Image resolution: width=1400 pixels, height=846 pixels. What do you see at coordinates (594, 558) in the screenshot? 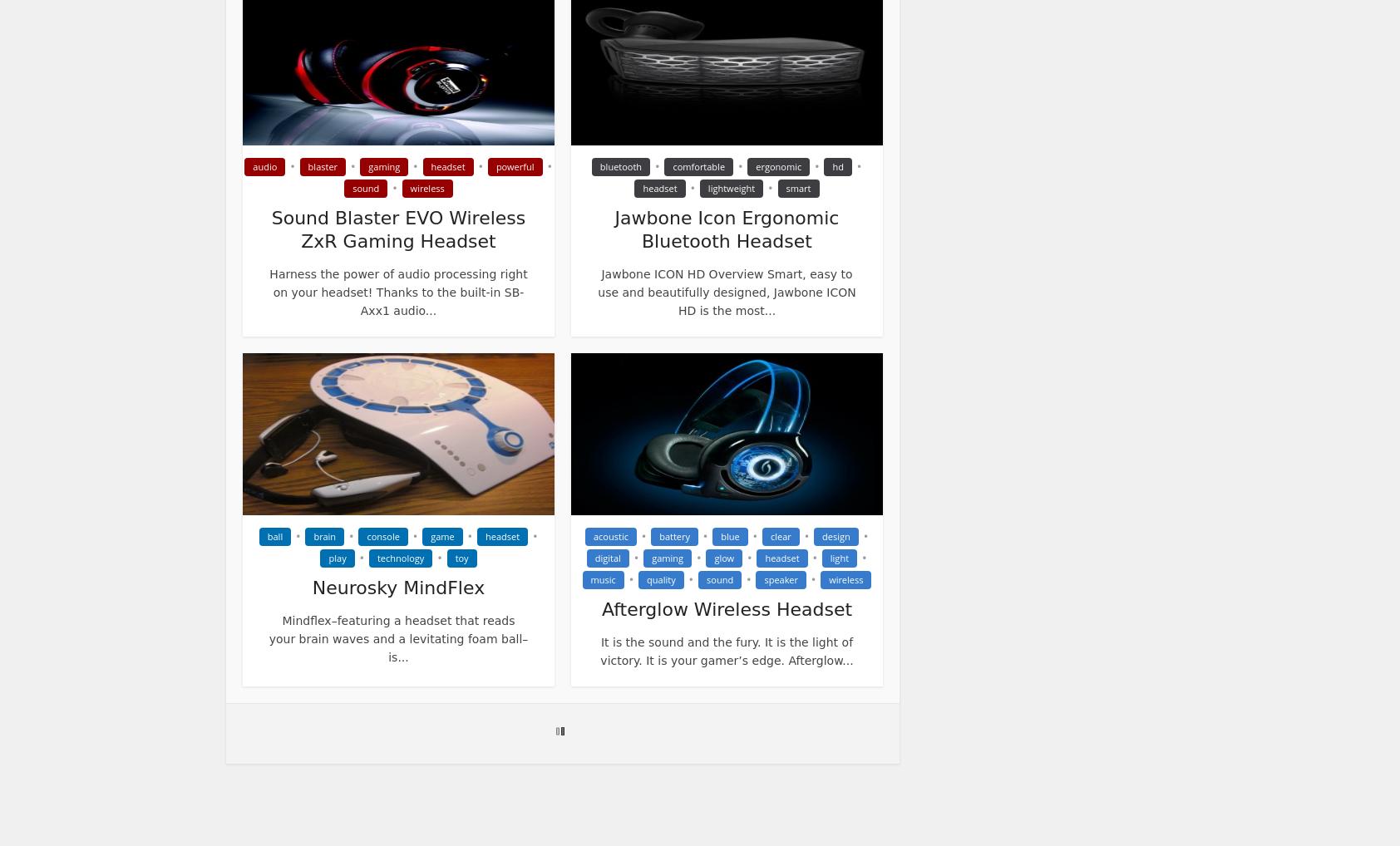
I see `'digital'` at bounding box center [594, 558].